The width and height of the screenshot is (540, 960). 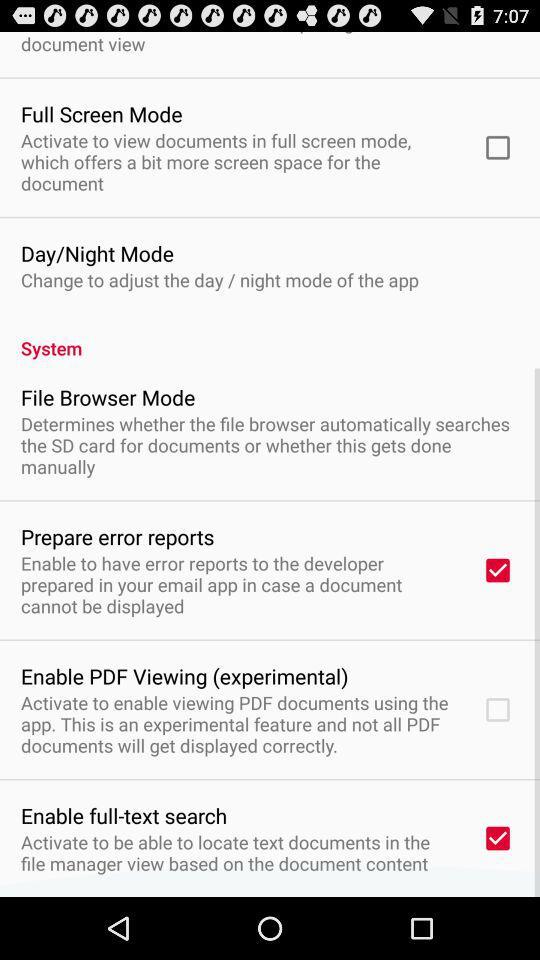 What do you see at coordinates (218, 278) in the screenshot?
I see `change to adjust item` at bounding box center [218, 278].